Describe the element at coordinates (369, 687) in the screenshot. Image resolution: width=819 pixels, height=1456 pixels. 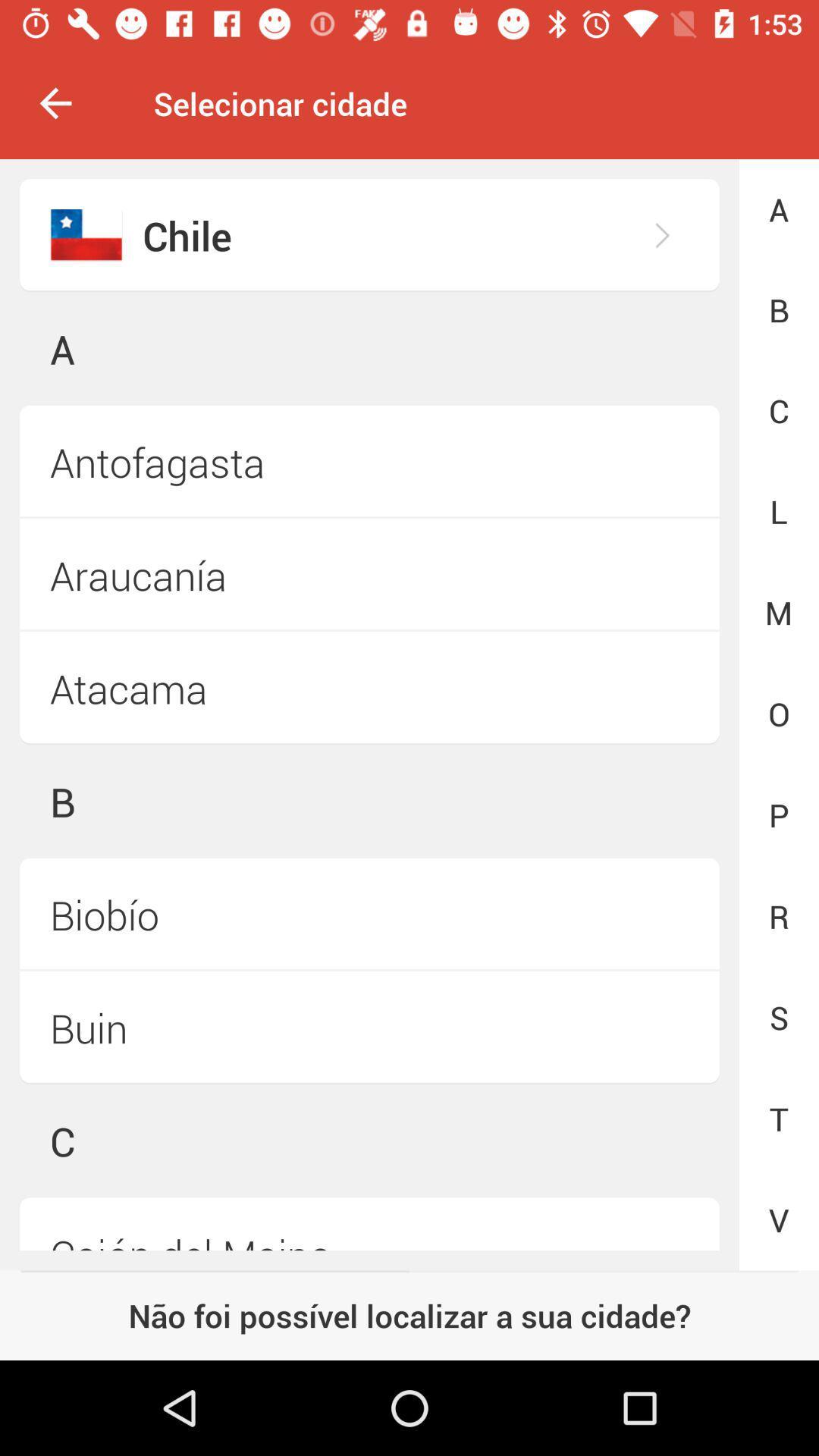
I see `the icon next to the m icon` at that location.